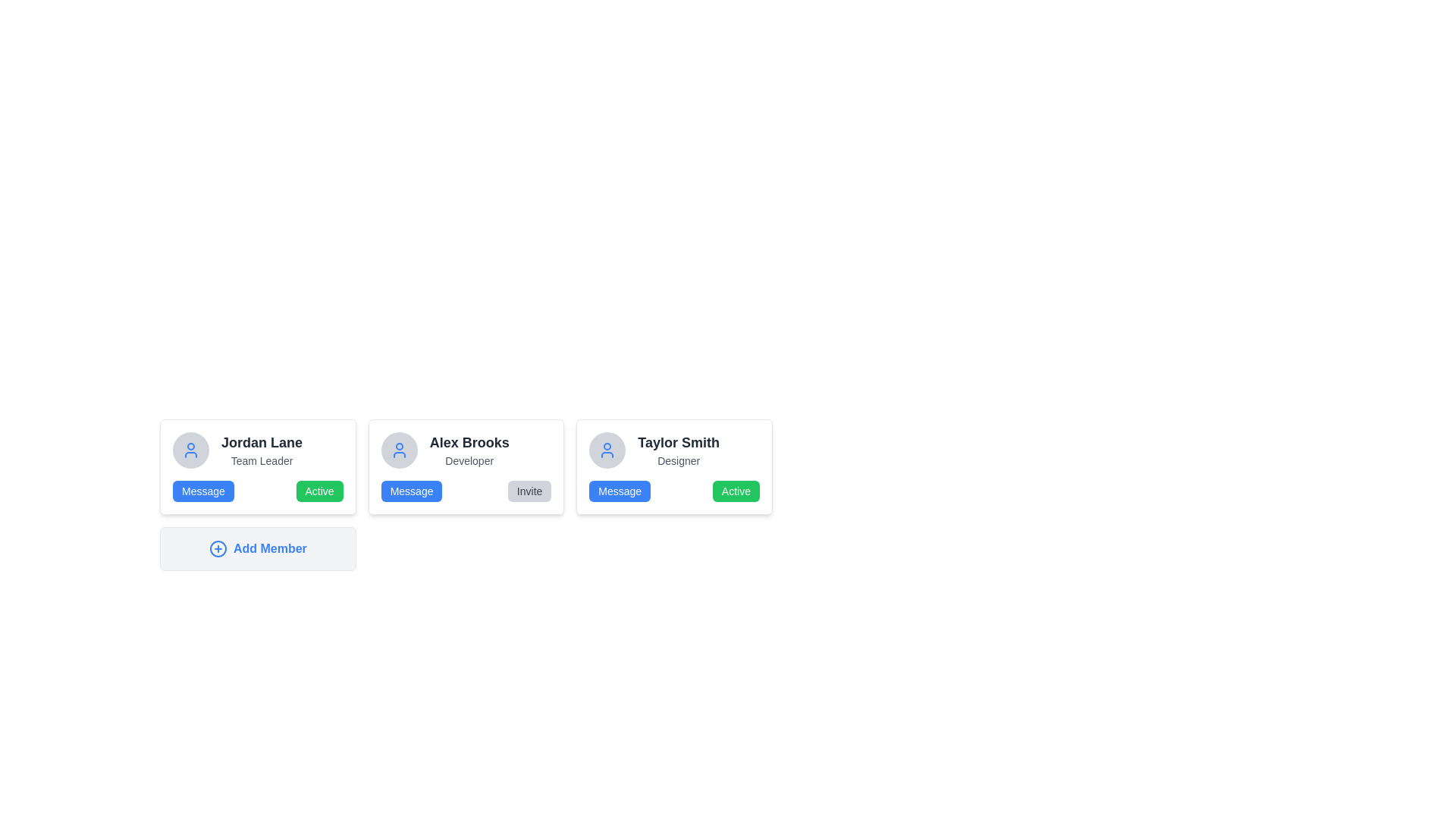  I want to click on the blue button with rounded corners labeled 'Message' located in the bottom-left of the 'Alex Brooks' panel, so click(411, 491).